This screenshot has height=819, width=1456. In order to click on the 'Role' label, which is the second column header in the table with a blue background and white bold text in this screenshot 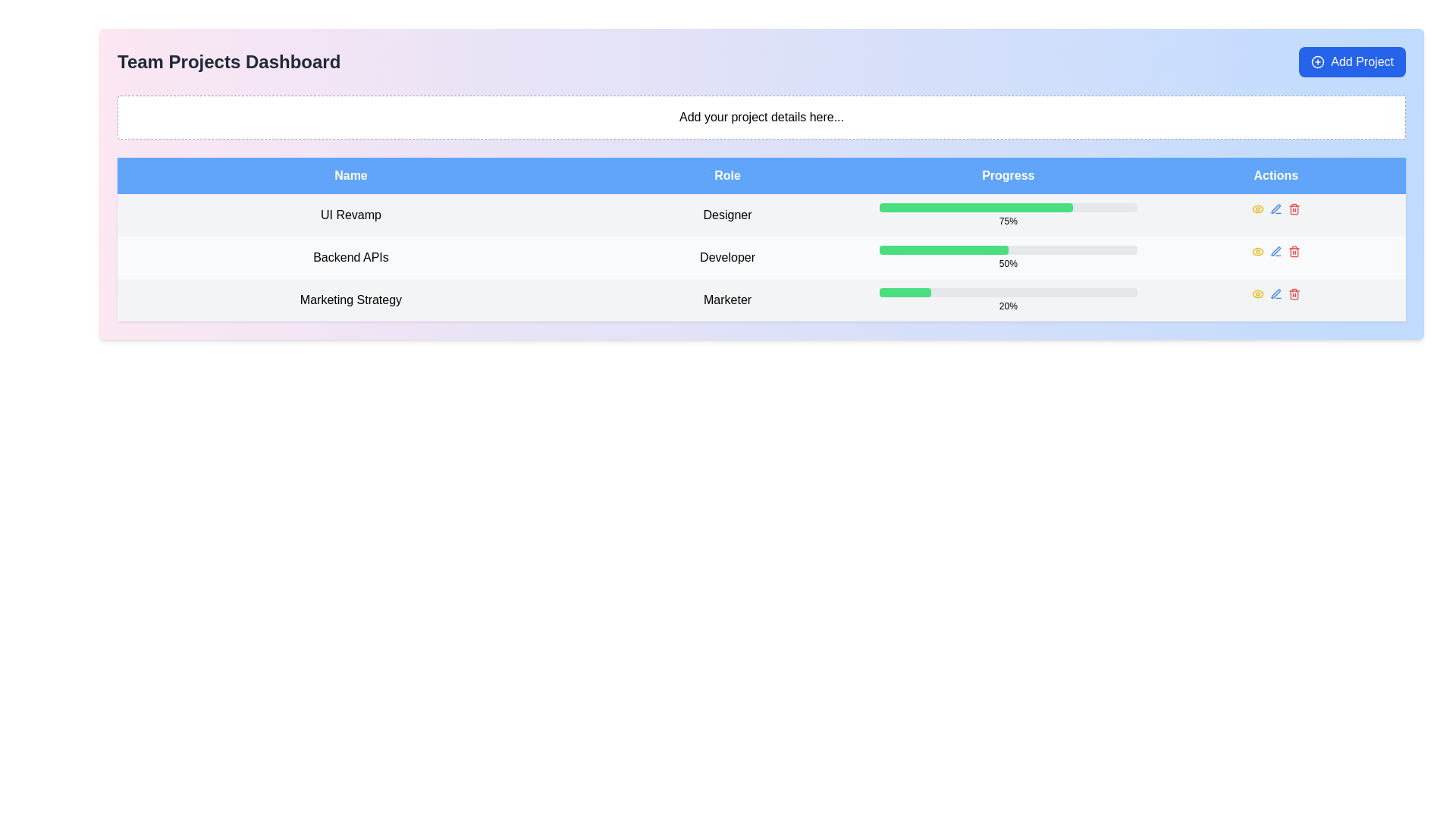, I will do `click(726, 174)`.